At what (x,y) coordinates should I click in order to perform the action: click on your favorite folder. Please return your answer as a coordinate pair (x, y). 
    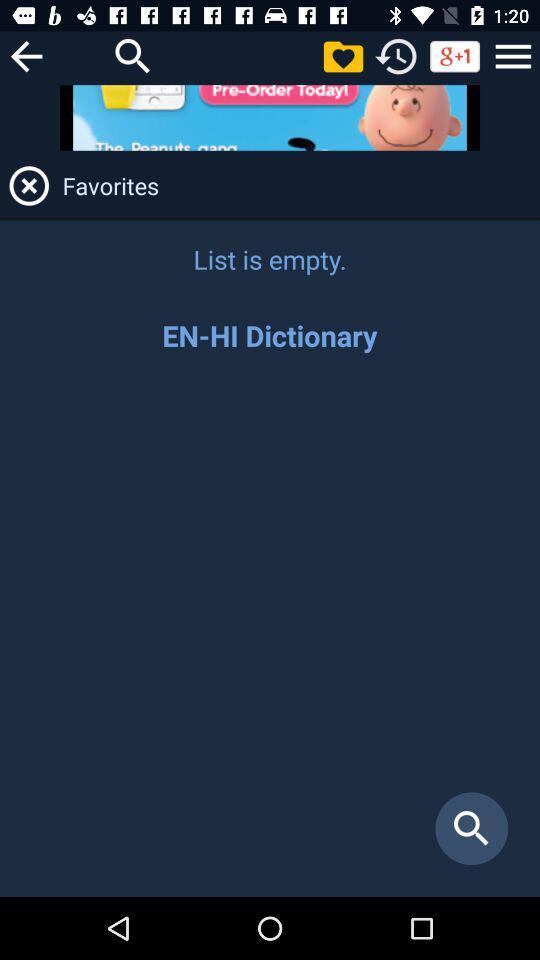
    Looking at the image, I should click on (342, 55).